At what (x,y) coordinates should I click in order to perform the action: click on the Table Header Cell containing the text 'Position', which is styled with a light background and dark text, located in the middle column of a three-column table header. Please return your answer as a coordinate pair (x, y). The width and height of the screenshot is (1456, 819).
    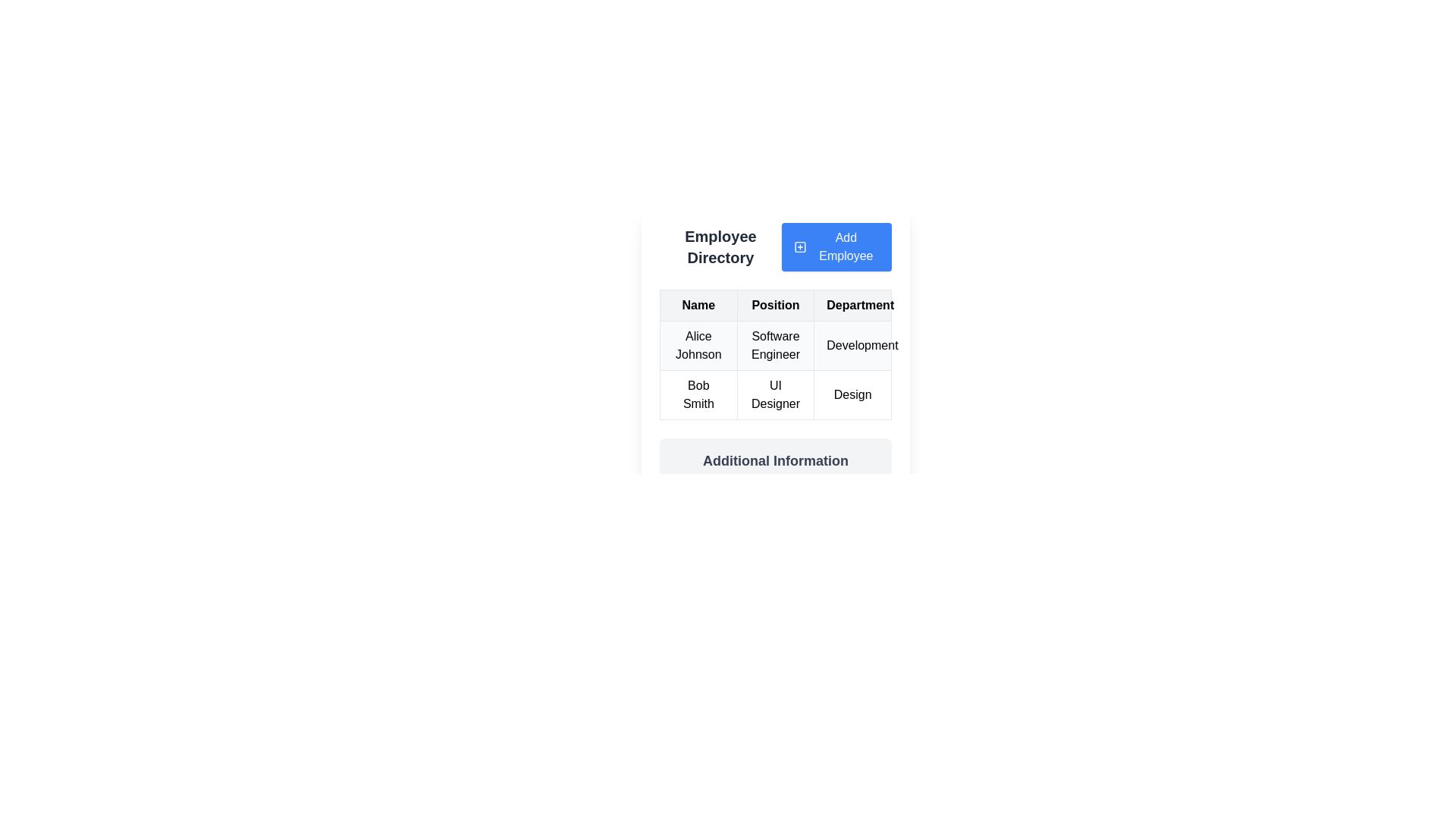
    Looking at the image, I should click on (775, 305).